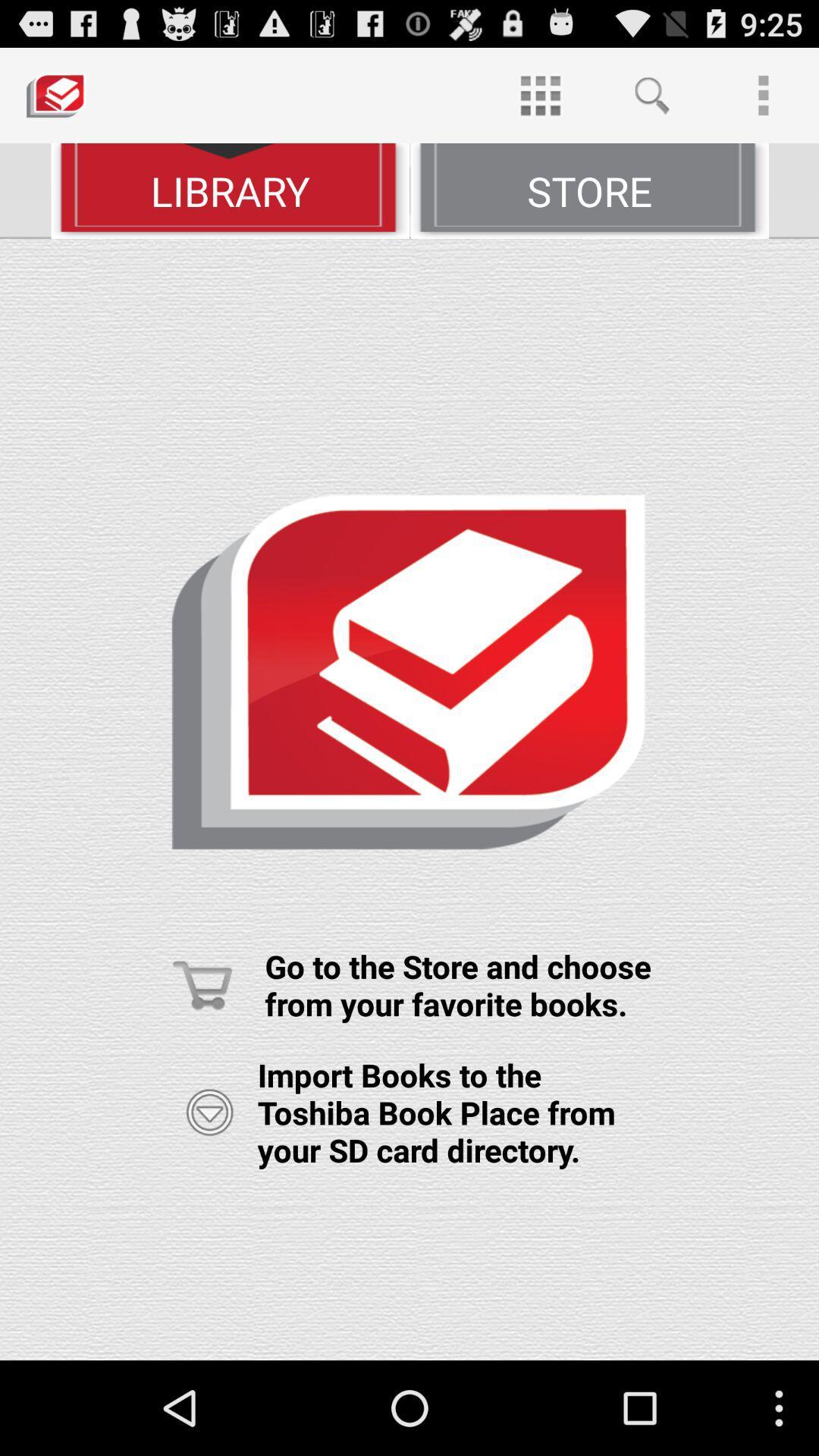  Describe the element at coordinates (202, 1053) in the screenshot. I see `the cart icon` at that location.